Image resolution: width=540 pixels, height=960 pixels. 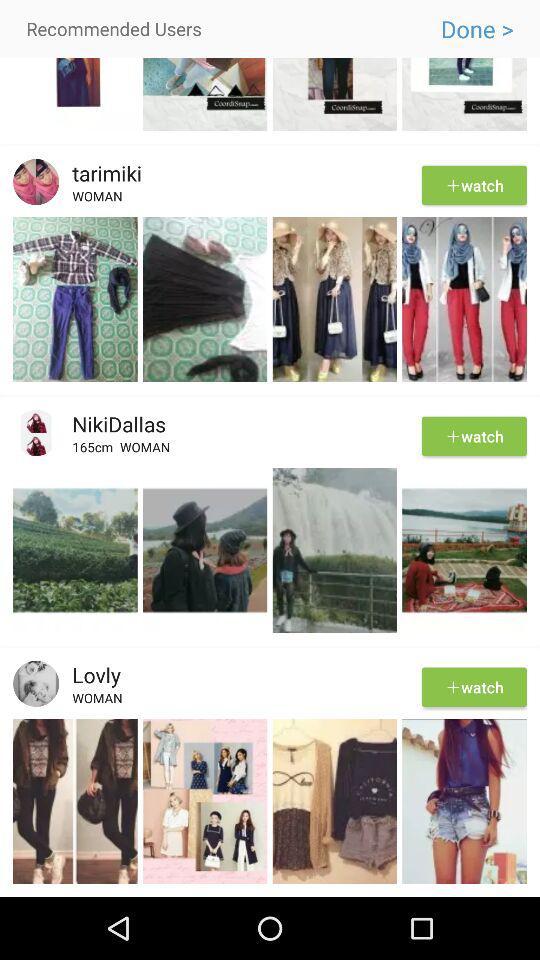 What do you see at coordinates (89, 674) in the screenshot?
I see `lovly app` at bounding box center [89, 674].